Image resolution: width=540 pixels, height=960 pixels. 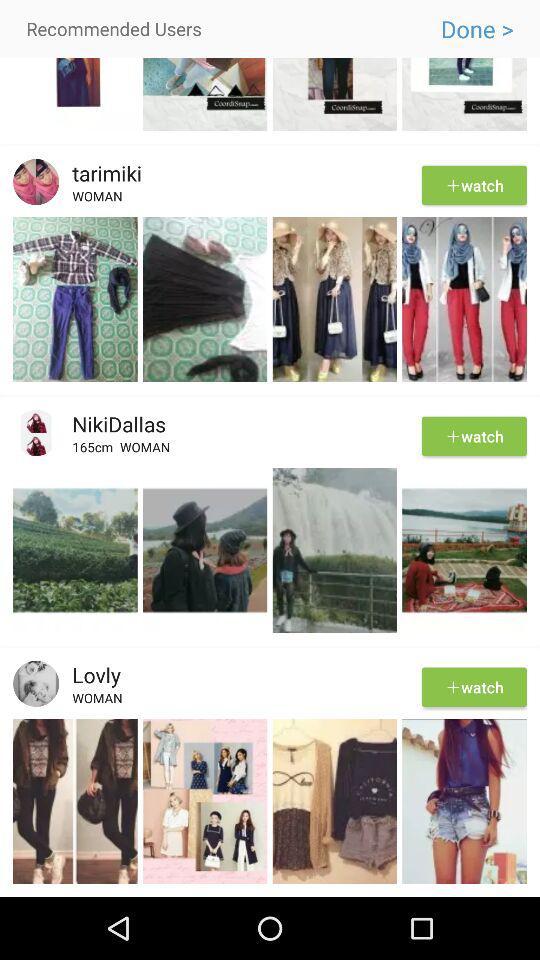 What do you see at coordinates (89, 674) in the screenshot?
I see `lovly app` at bounding box center [89, 674].